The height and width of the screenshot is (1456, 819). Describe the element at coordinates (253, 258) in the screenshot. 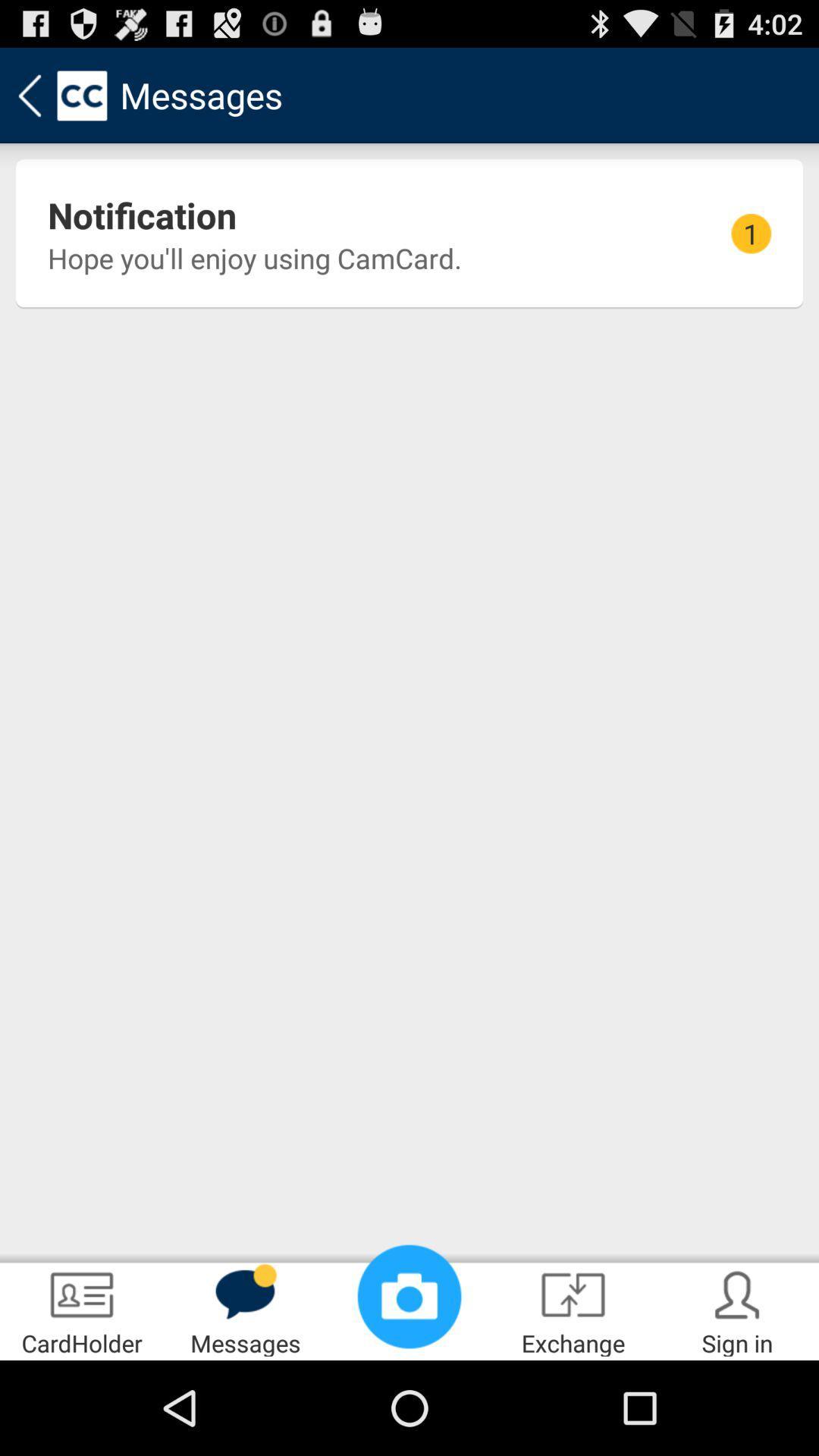

I see `the hope you ll` at that location.